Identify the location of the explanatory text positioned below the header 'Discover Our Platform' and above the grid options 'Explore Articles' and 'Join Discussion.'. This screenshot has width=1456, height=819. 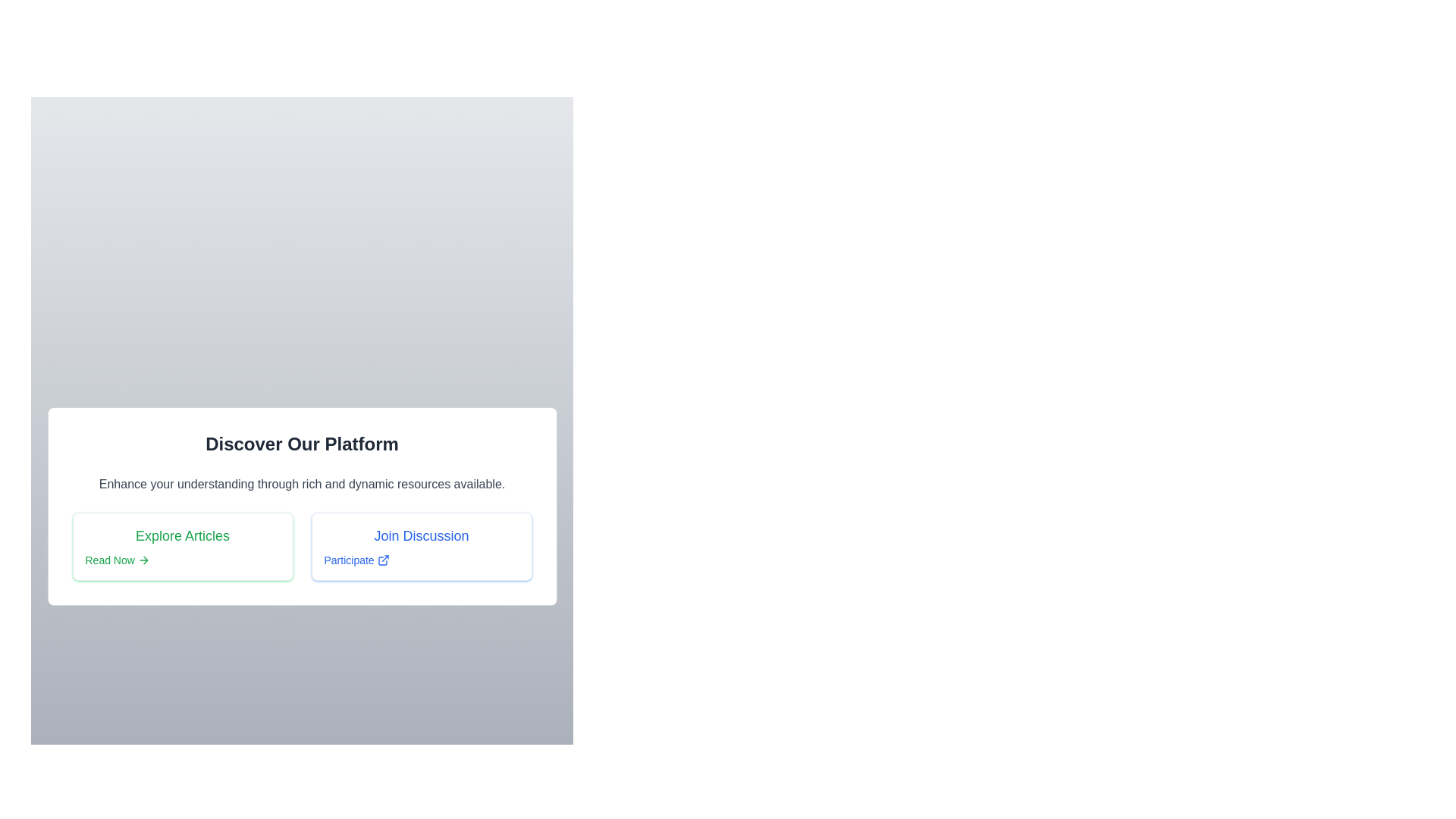
(302, 485).